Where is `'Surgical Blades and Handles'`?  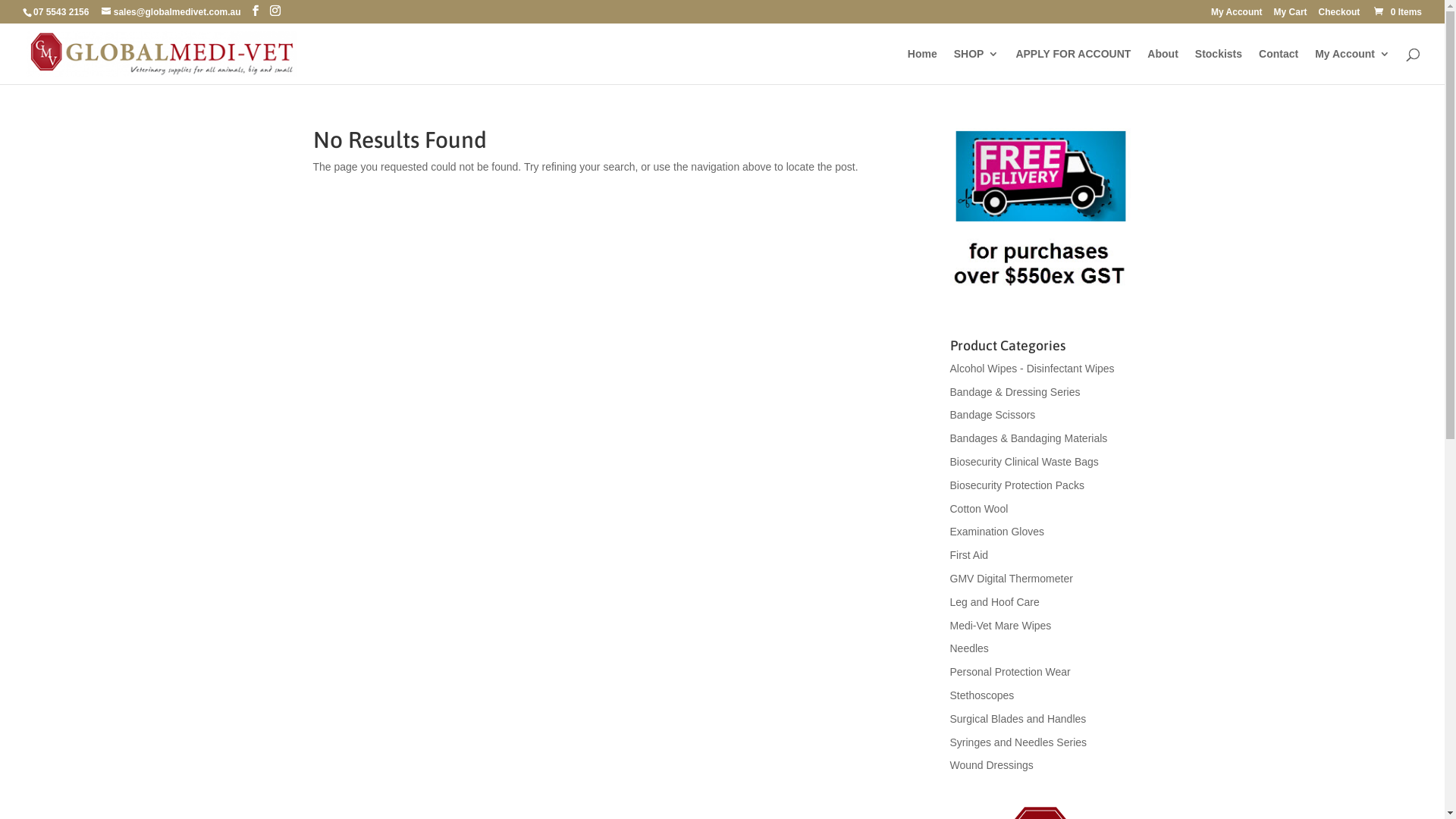 'Surgical Blades and Handles' is located at coordinates (1018, 718).